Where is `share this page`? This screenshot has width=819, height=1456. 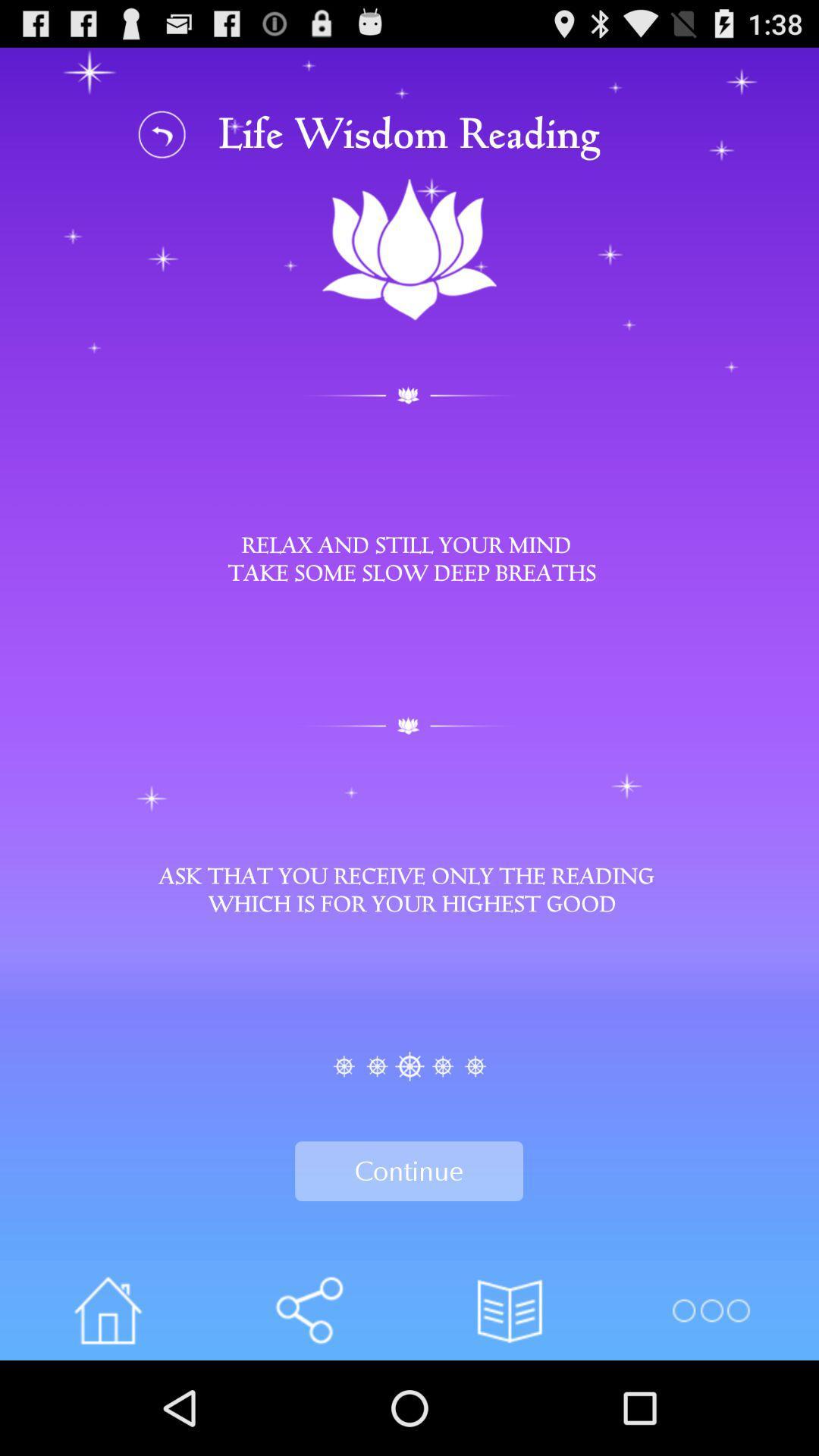
share this page is located at coordinates (308, 1310).